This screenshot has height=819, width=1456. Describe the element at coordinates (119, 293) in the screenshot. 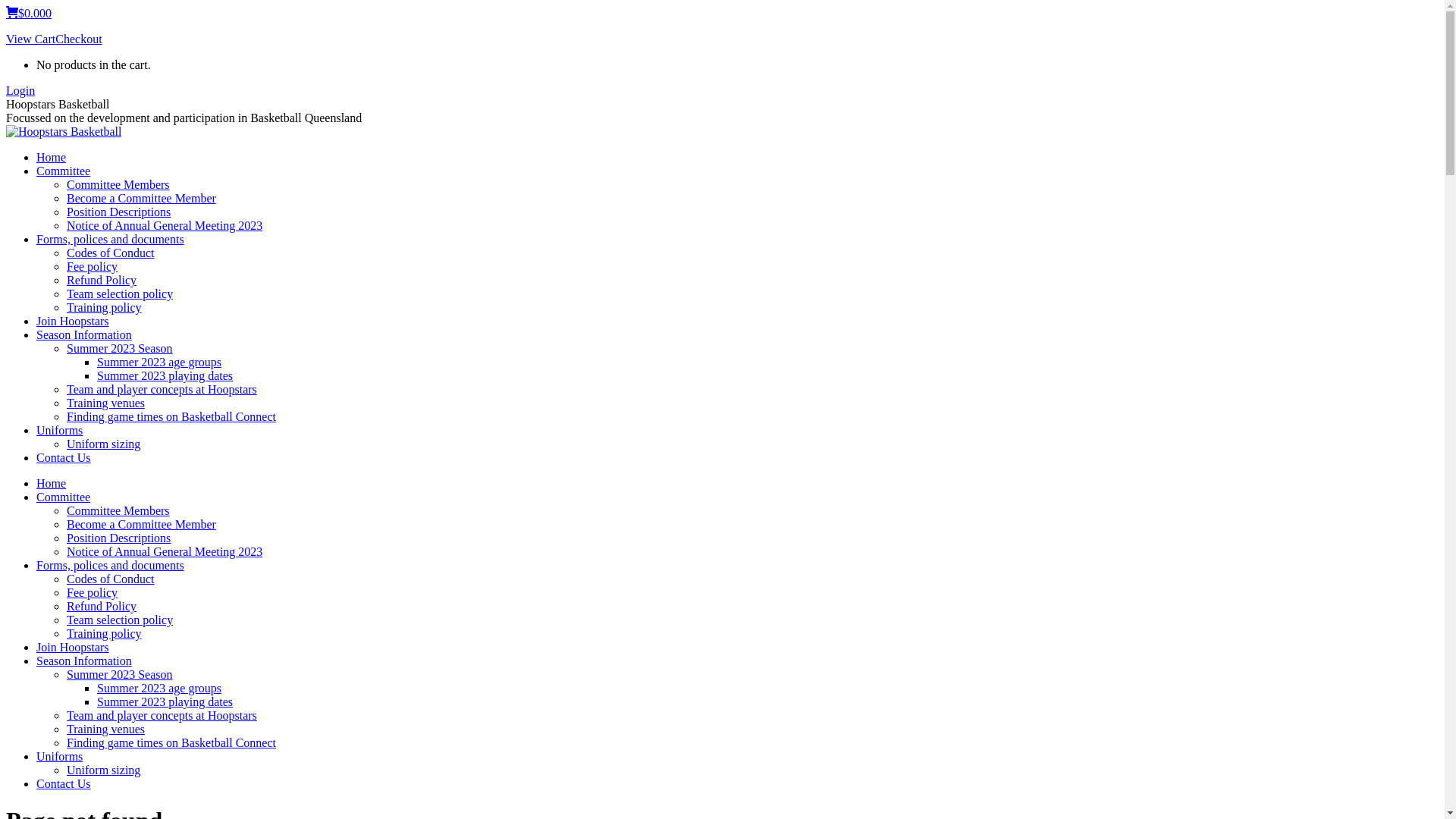

I see `'Team selection policy'` at that location.